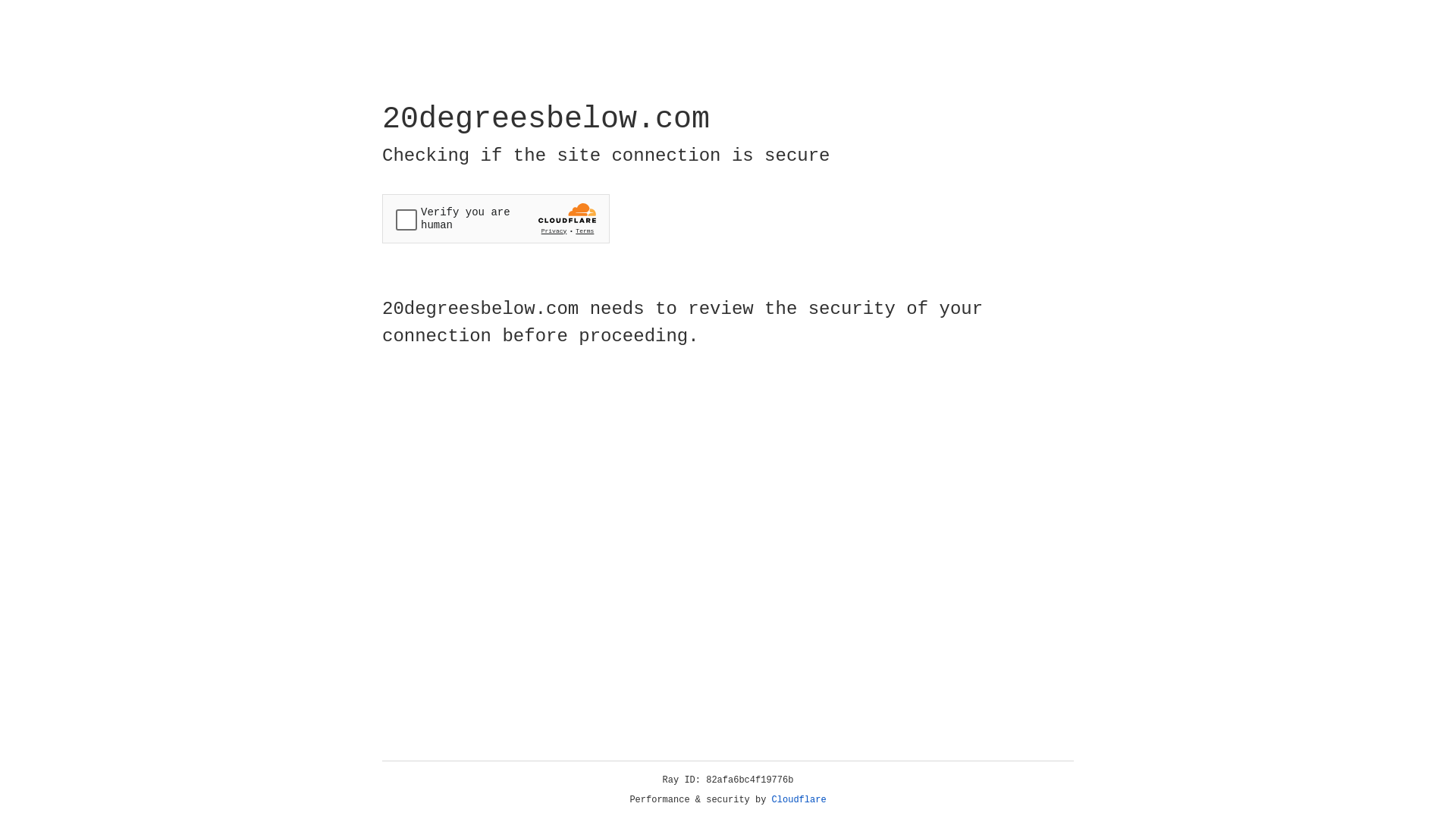  Describe the element at coordinates (495, 218) in the screenshot. I see `'Widget containing a Cloudflare security challenge'` at that location.